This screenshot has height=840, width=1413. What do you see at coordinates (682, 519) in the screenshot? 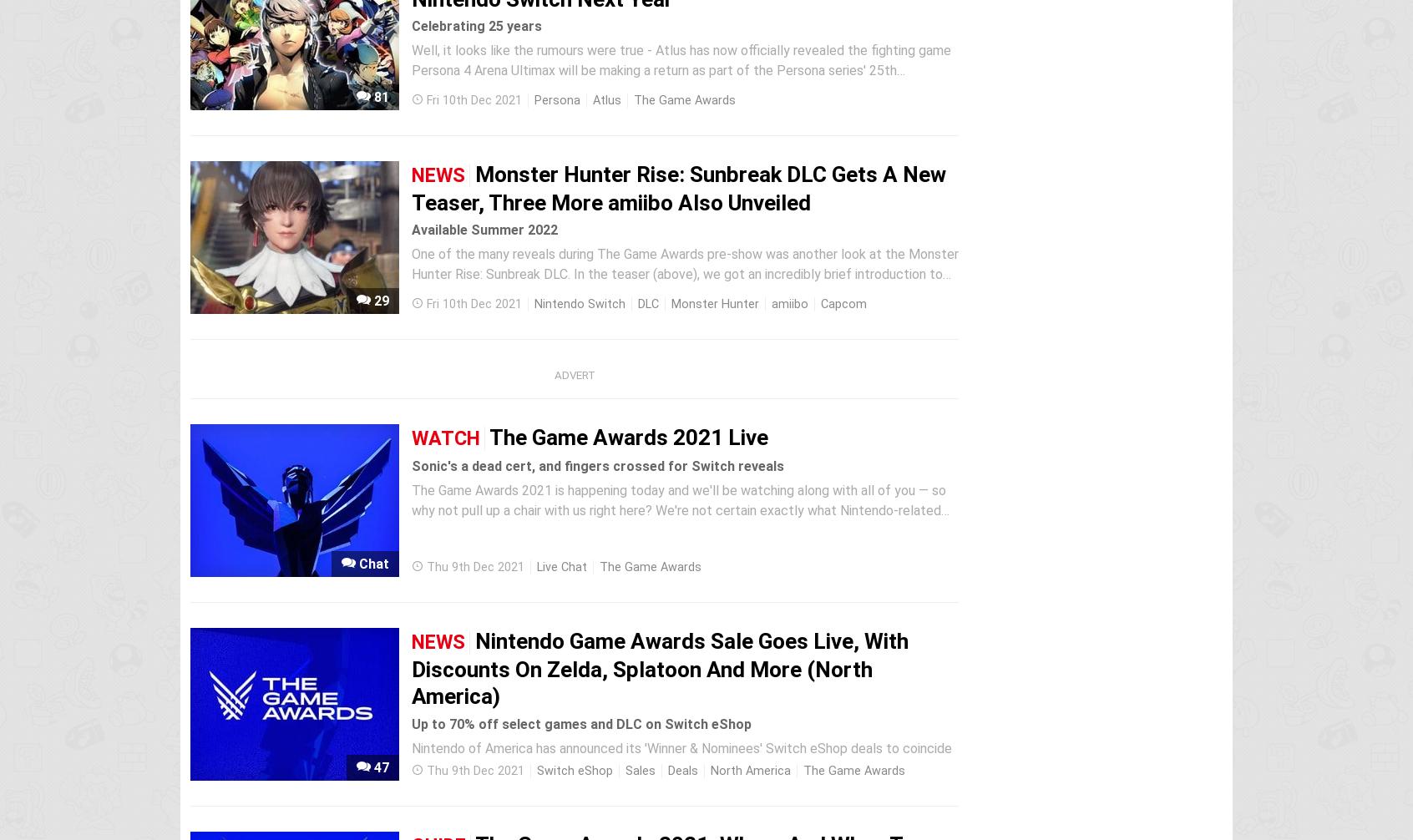
I see `'The Game Awards 2021 is happening today and we'll be watching along with all of you — so why not pull up a chair with us right here? 
We're not certain exactly what Nintendo-related announcements we'll see this year, but there's sure to be a juicy morsel or two alongside the awards...'` at bounding box center [682, 519].